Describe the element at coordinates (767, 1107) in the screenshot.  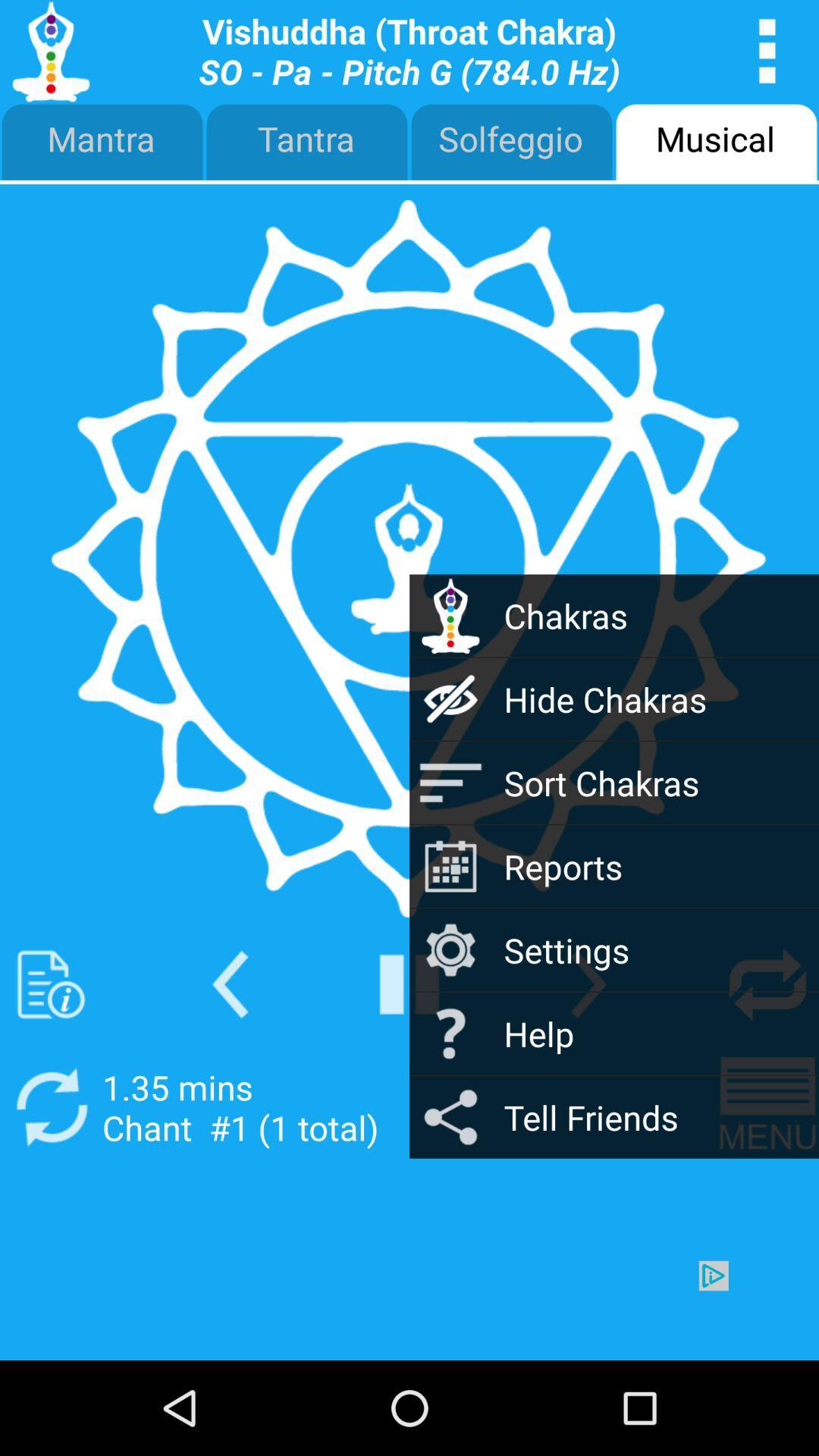
I see `navigation menu` at that location.